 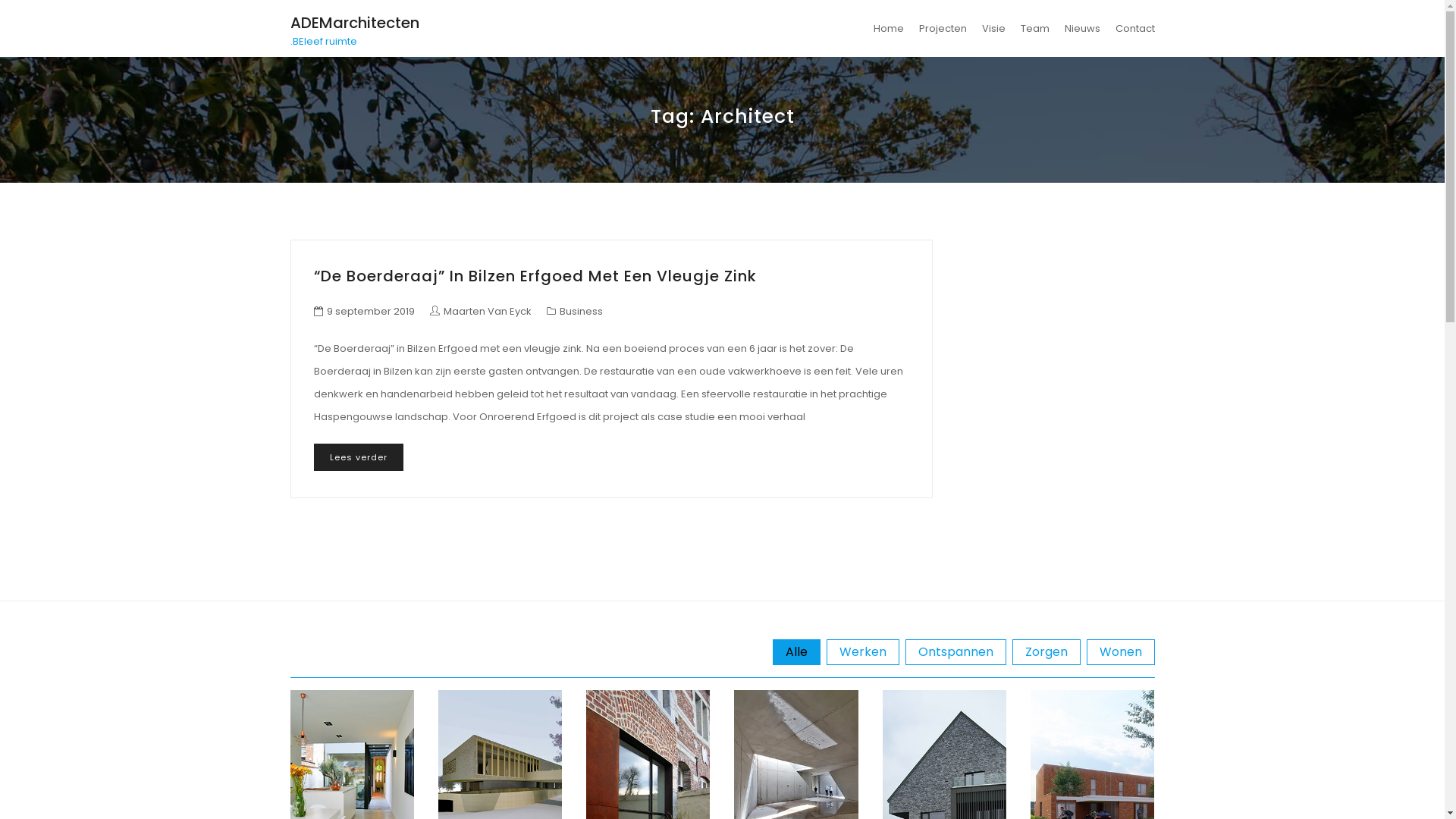 I want to click on 'Werken', so click(x=862, y=651).